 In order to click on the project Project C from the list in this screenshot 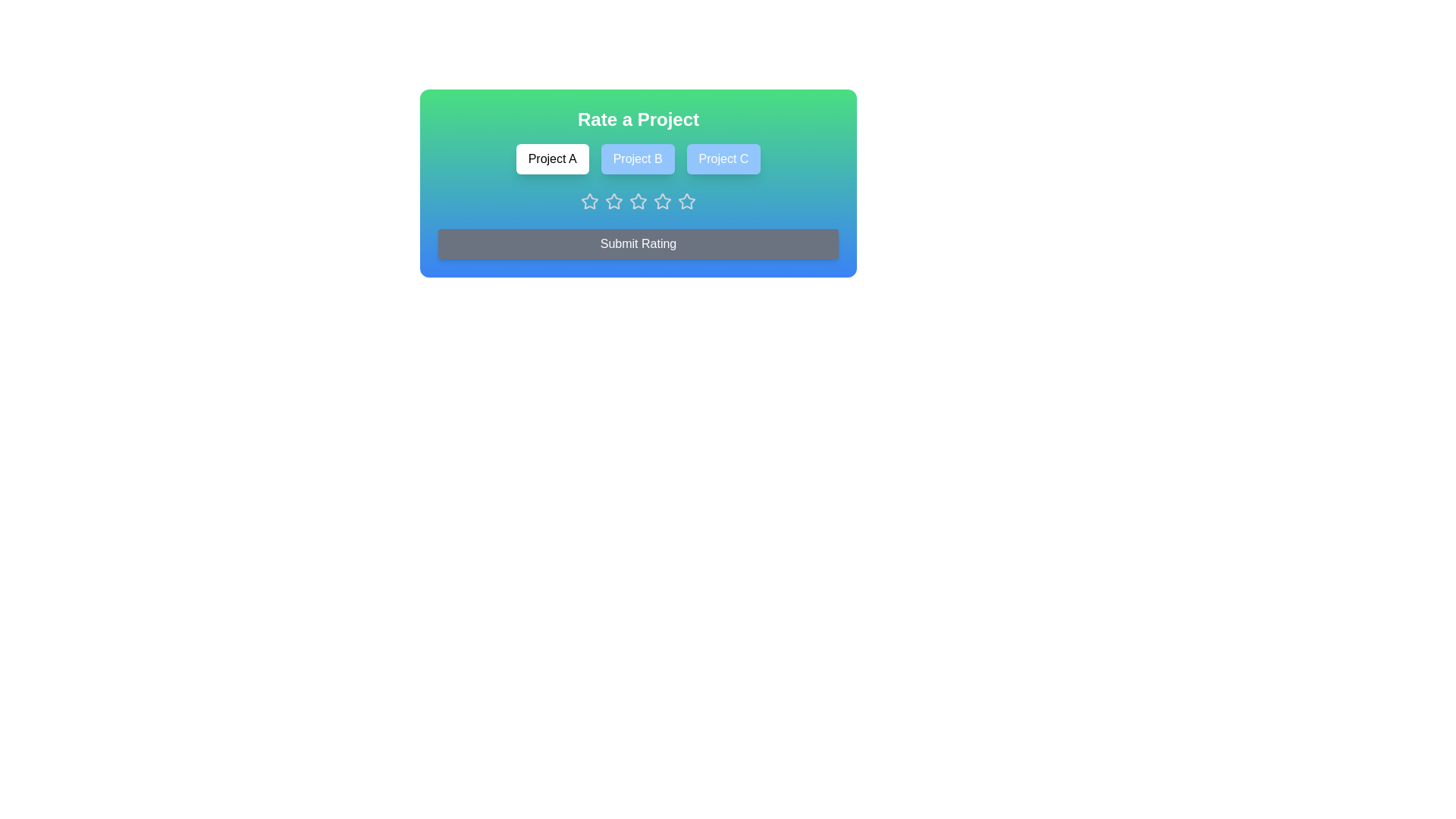, I will do `click(723, 158)`.